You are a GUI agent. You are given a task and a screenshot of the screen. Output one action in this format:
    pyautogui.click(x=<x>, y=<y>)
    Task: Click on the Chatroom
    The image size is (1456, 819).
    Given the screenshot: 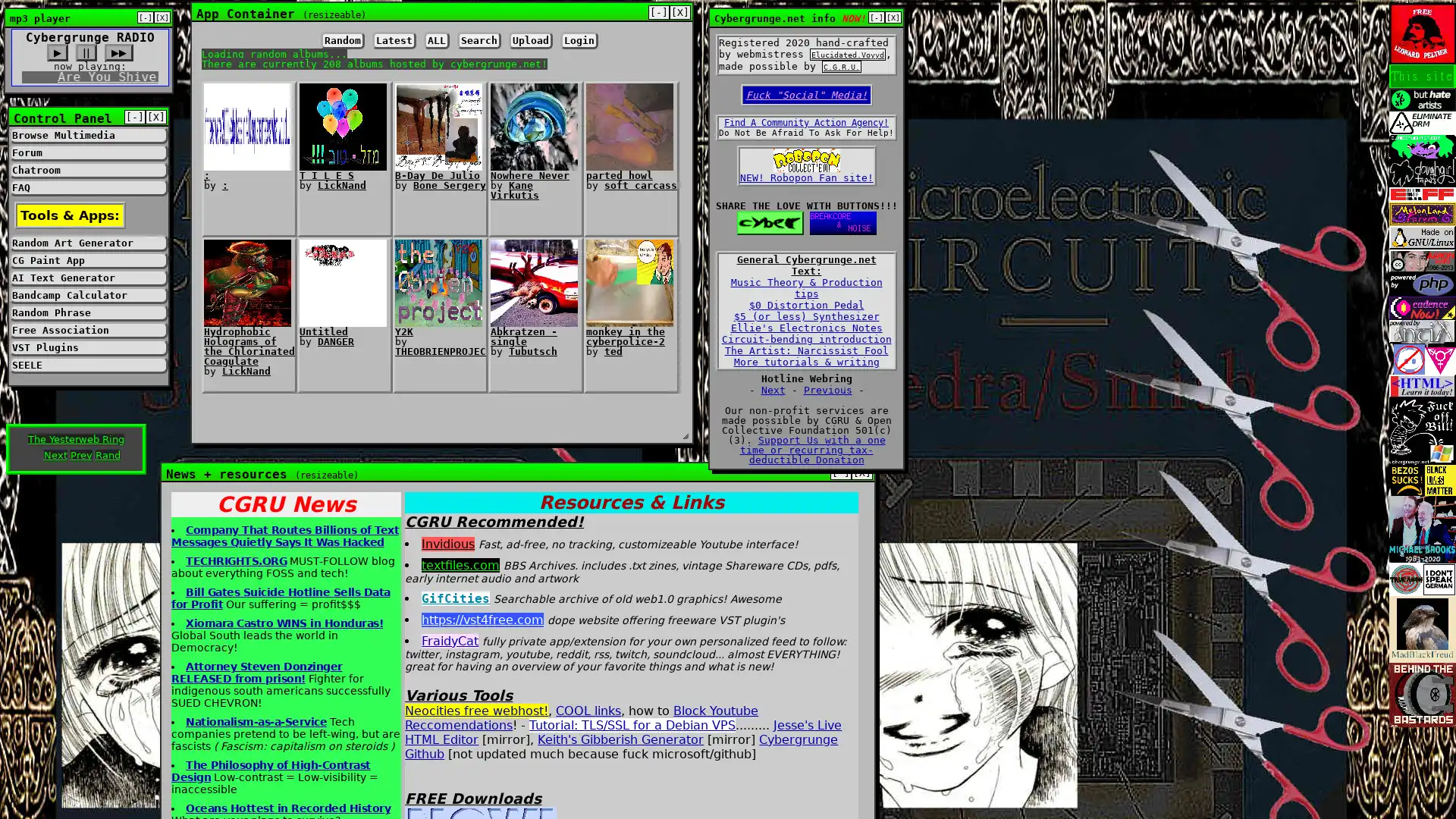 What is the action you would take?
    pyautogui.click(x=87, y=170)
    